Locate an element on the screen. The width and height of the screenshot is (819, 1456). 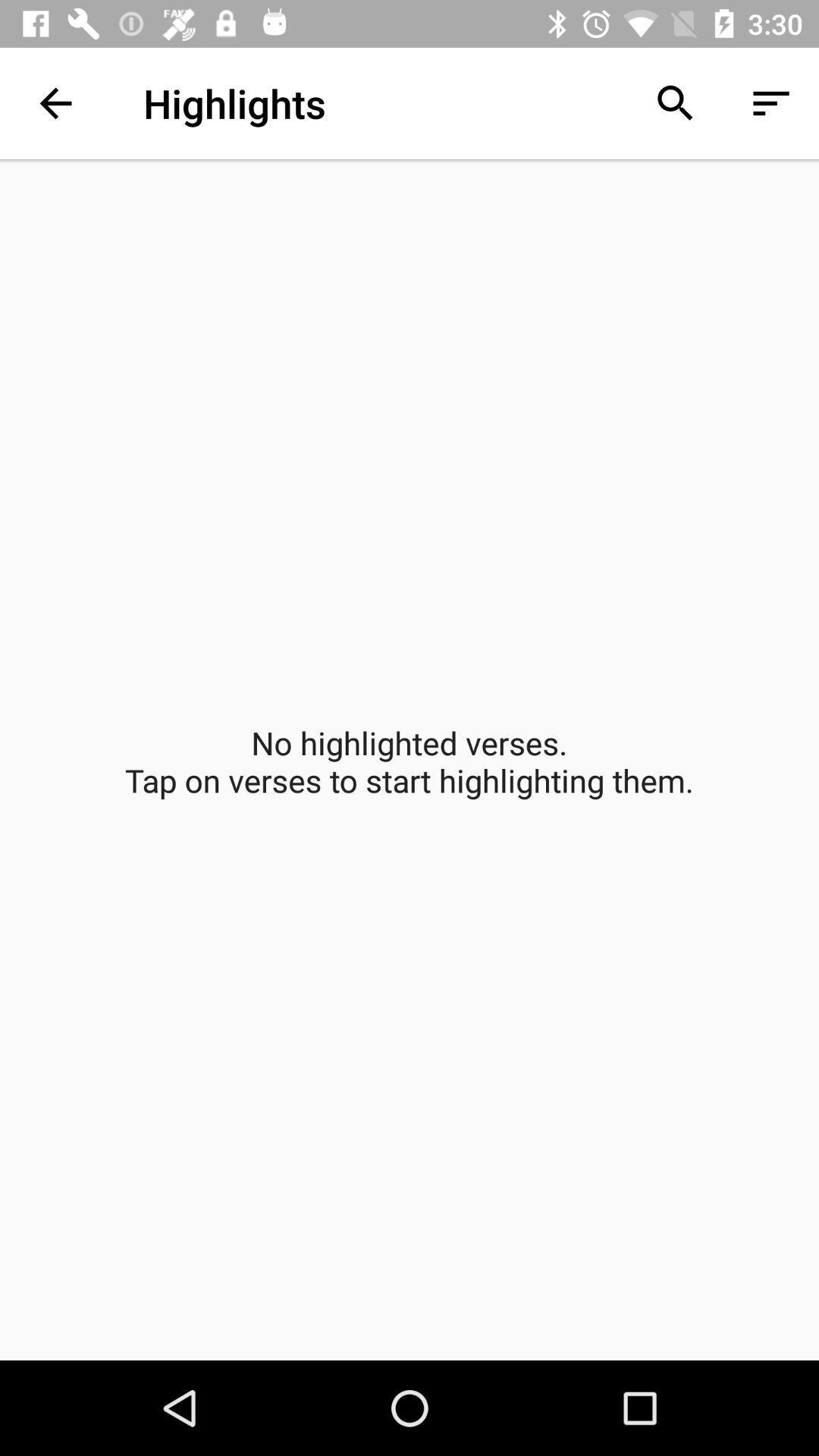
the app next to highlights item is located at coordinates (675, 102).